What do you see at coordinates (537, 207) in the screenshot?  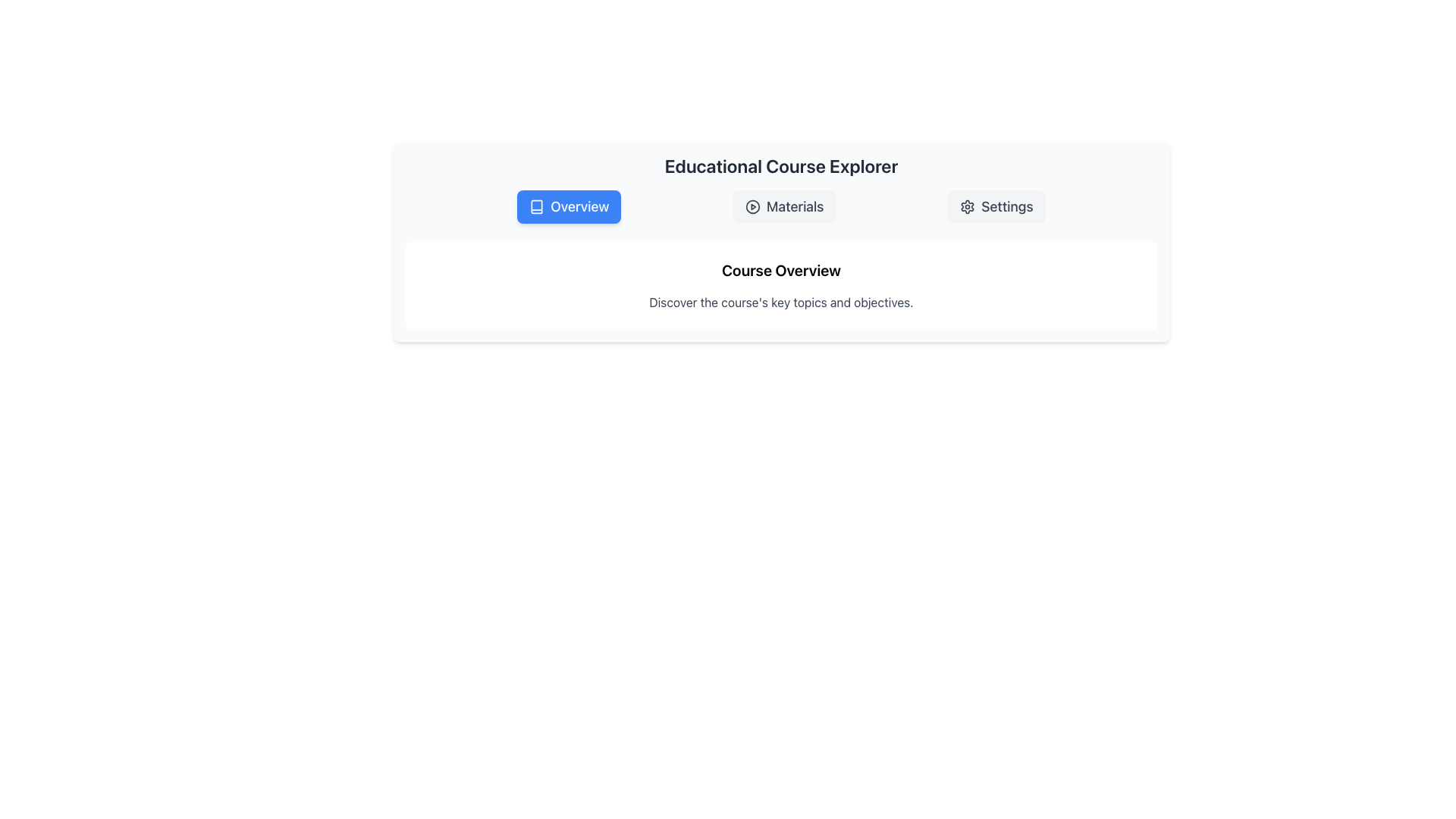 I see `the small book-shaped icon located inside the blue 'Overview' button, which is the first button in the navigation list at the top of the main content area` at bounding box center [537, 207].